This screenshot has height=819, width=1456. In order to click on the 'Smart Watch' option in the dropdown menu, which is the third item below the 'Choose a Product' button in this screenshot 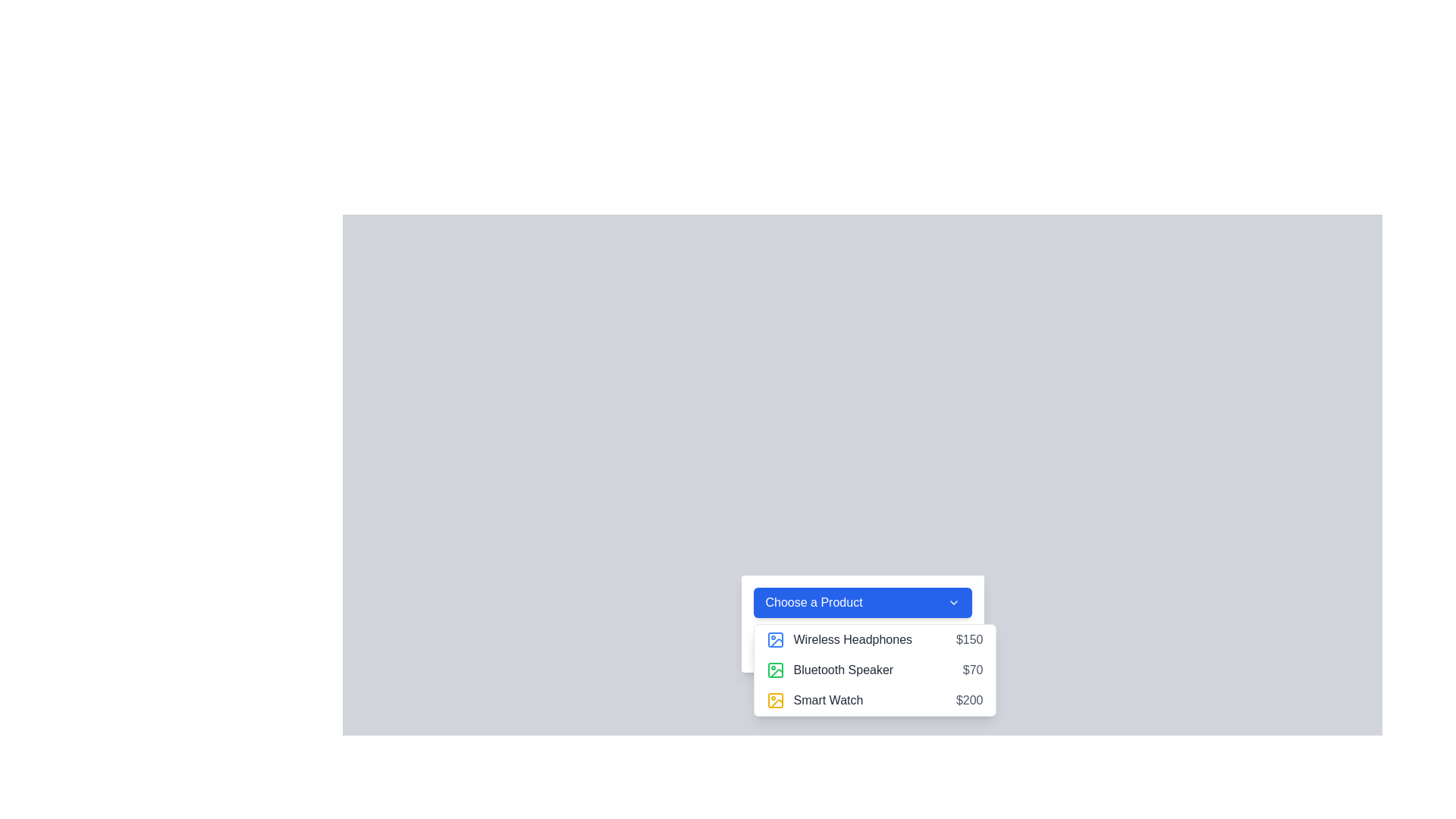, I will do `click(874, 701)`.